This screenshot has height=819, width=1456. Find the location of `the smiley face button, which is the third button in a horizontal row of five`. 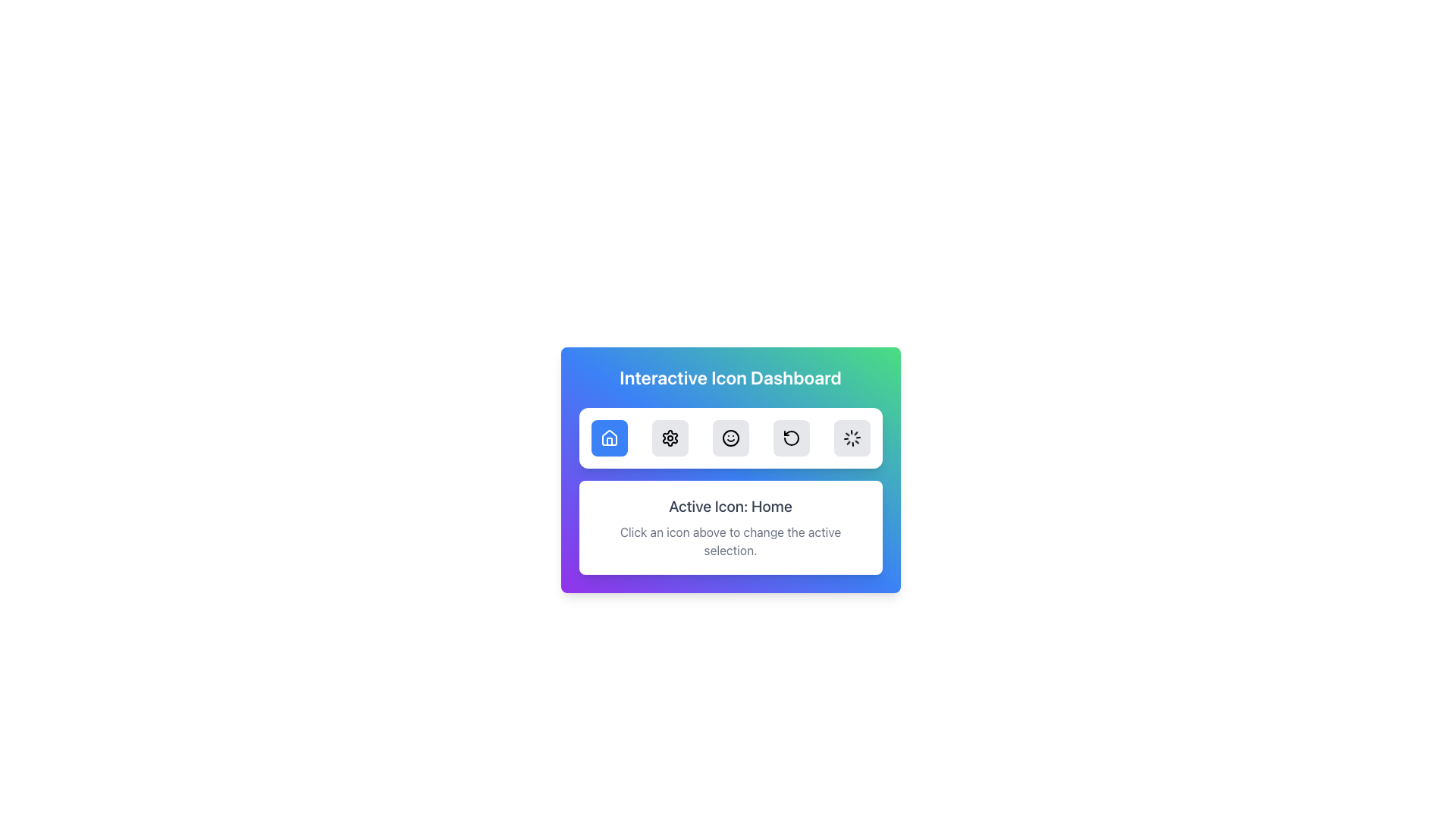

the smiley face button, which is the third button in a horizontal row of five is located at coordinates (730, 438).